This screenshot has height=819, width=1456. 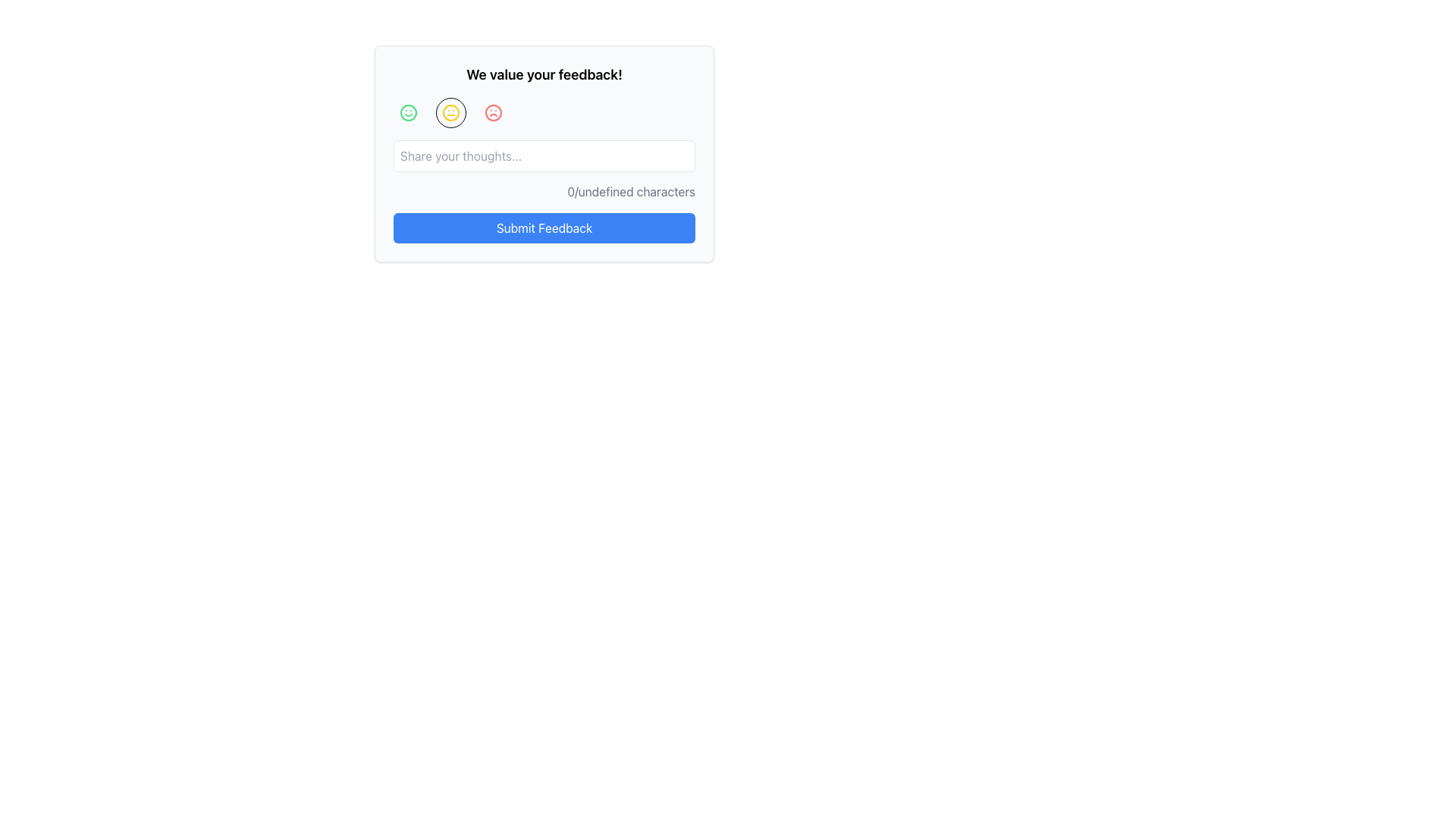 What do you see at coordinates (544, 227) in the screenshot?
I see `the feedback submission button located at the bottom of the feedback form` at bounding box center [544, 227].